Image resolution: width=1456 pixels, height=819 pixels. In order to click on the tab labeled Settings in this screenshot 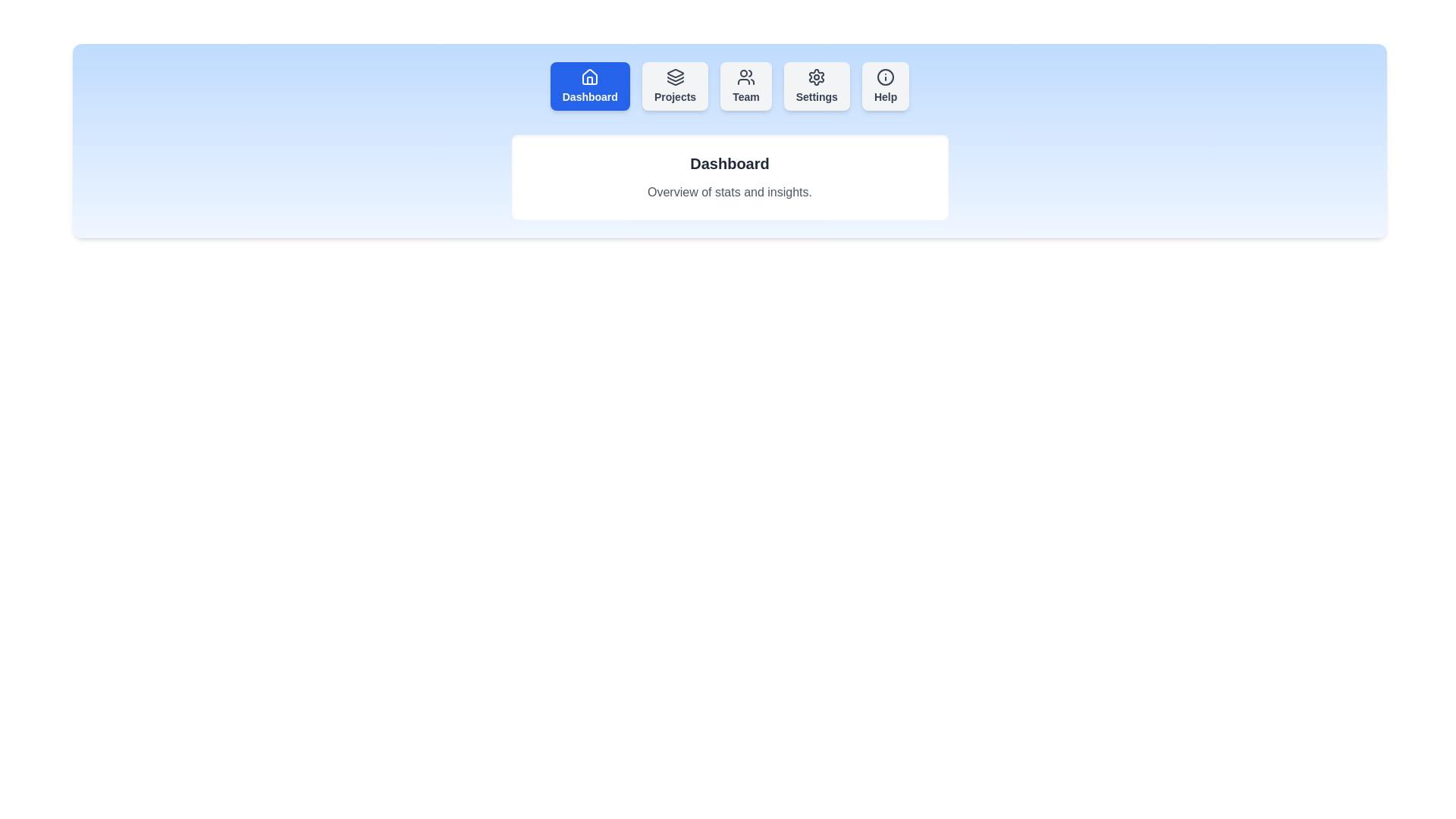, I will do `click(816, 86)`.